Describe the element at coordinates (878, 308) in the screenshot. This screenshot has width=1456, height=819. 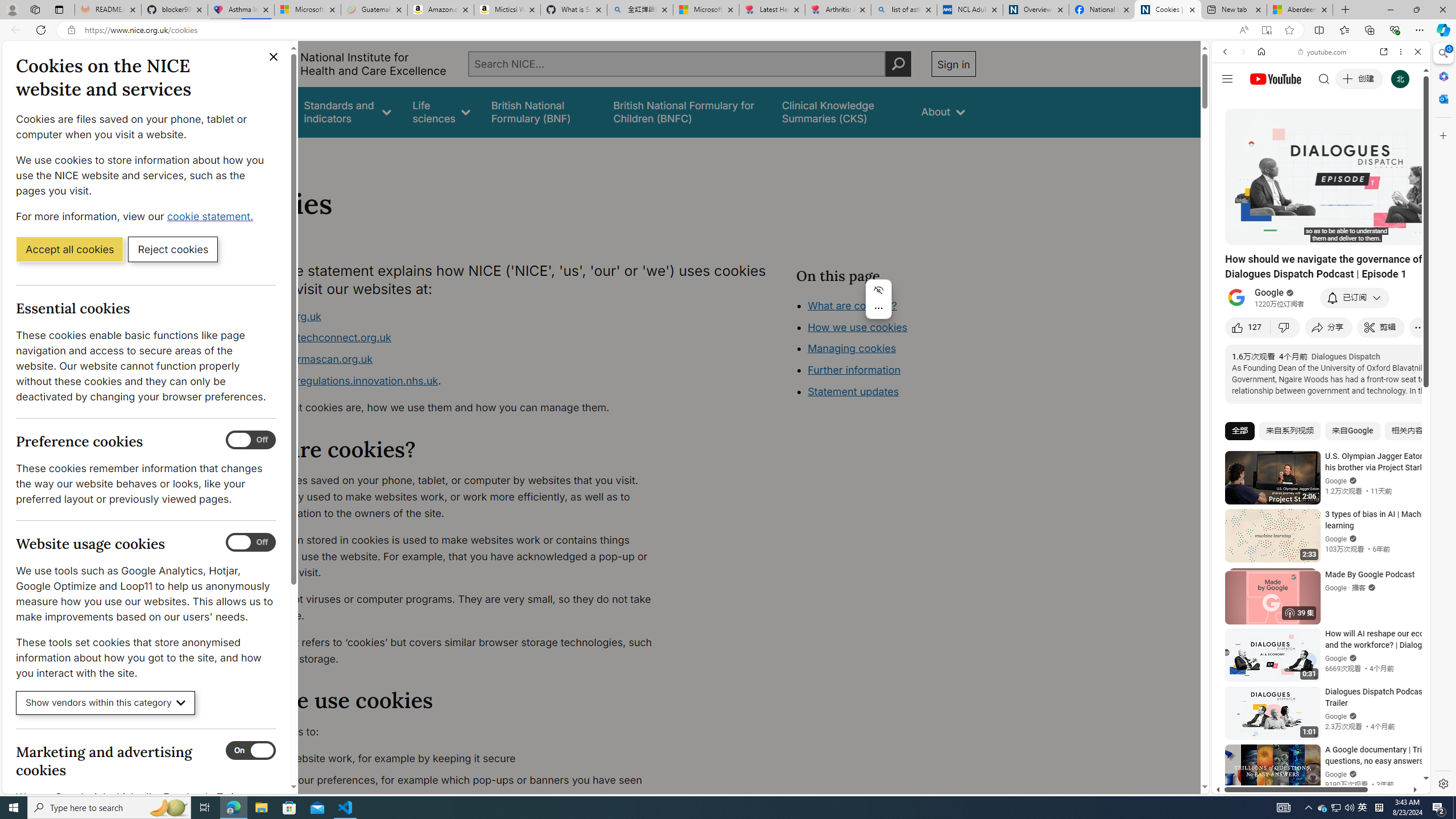
I see `'More actions'` at that location.